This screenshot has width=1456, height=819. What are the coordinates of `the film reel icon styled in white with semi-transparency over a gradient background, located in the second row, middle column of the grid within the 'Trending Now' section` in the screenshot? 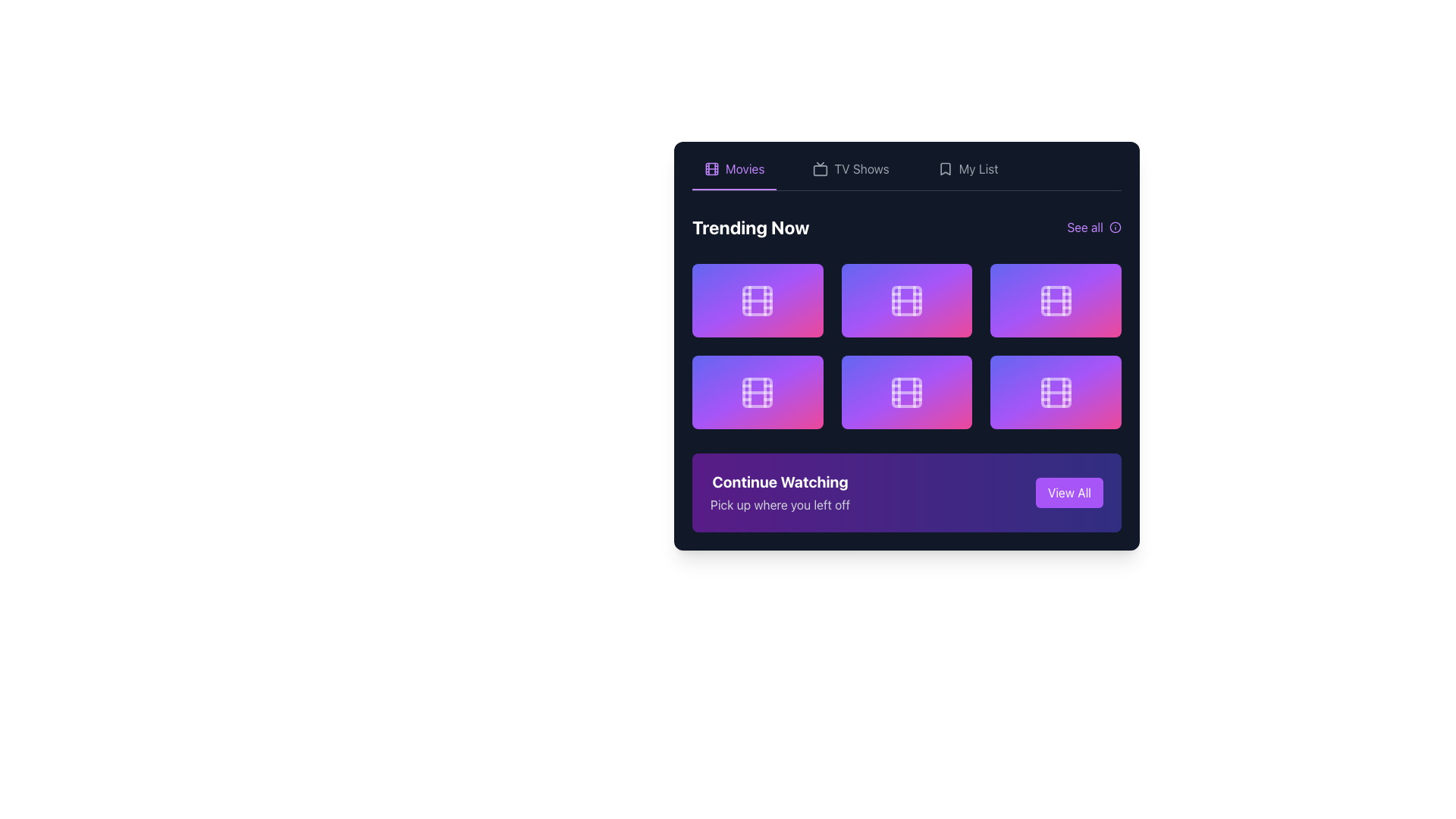 It's located at (906, 300).